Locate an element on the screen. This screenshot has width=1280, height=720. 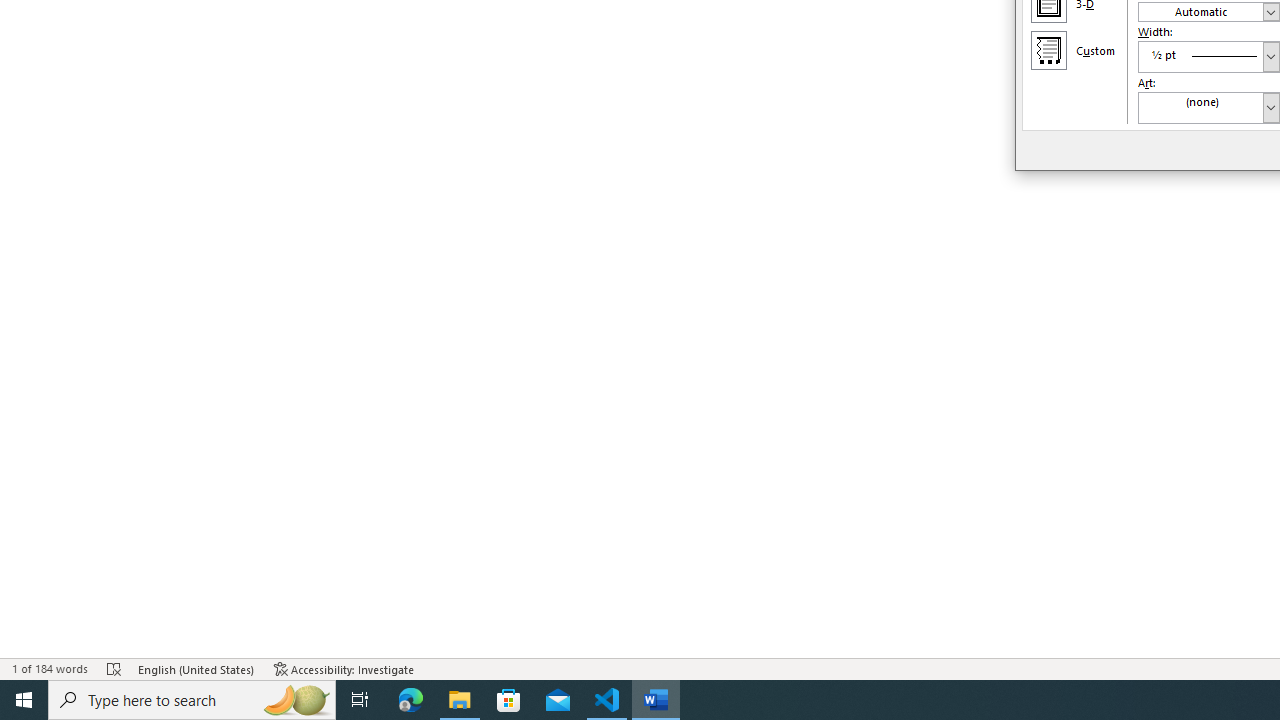
'Start' is located at coordinates (24, 698).